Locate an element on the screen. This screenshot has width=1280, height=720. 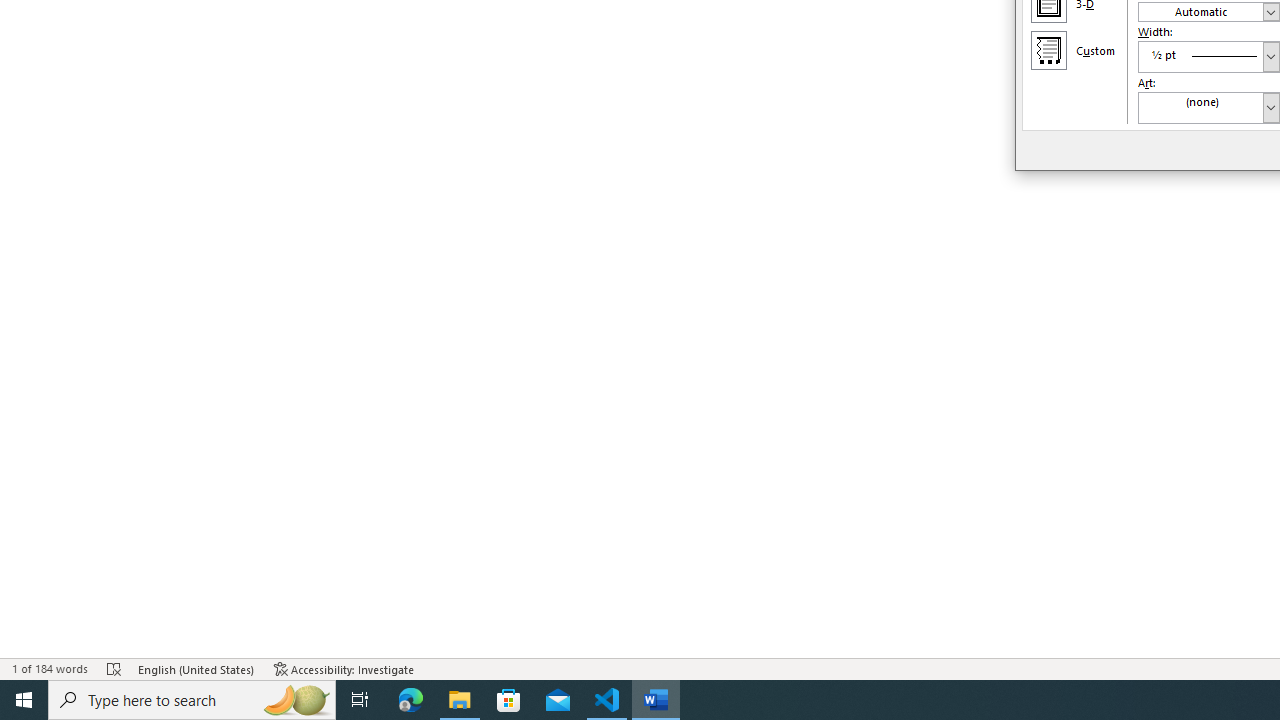
'Start' is located at coordinates (24, 698).